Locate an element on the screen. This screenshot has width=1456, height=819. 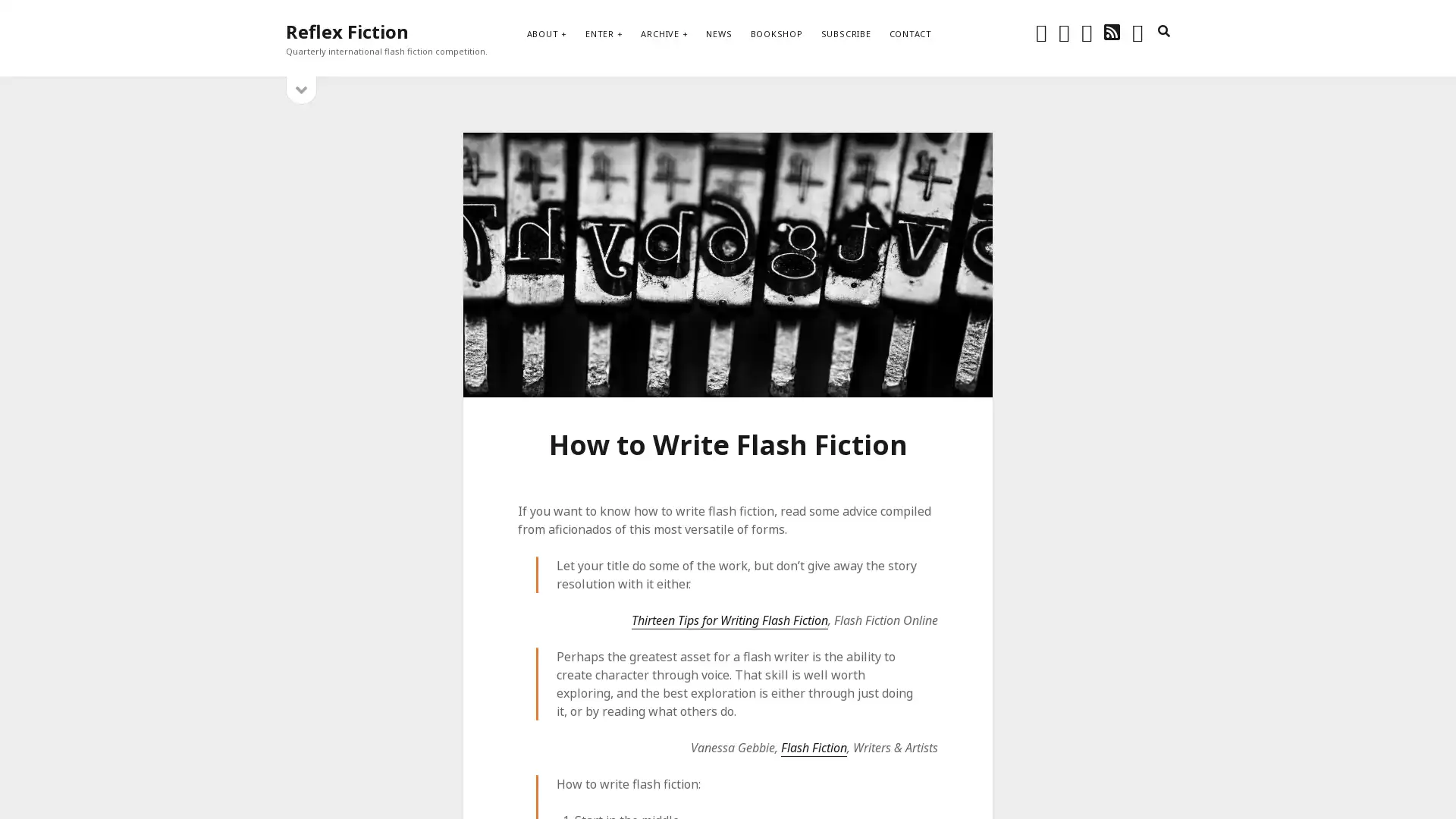
Subscribe is located at coordinates (915, 175).